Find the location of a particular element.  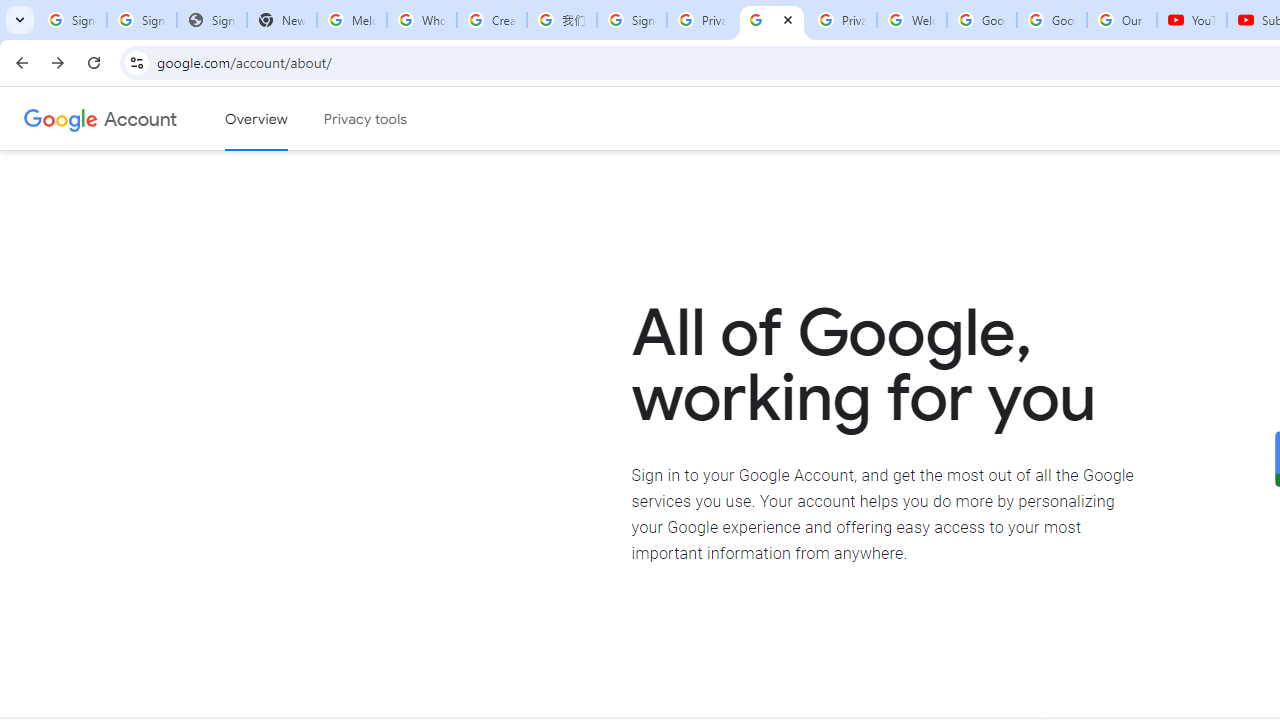

'New Tab' is located at coordinates (281, 20).